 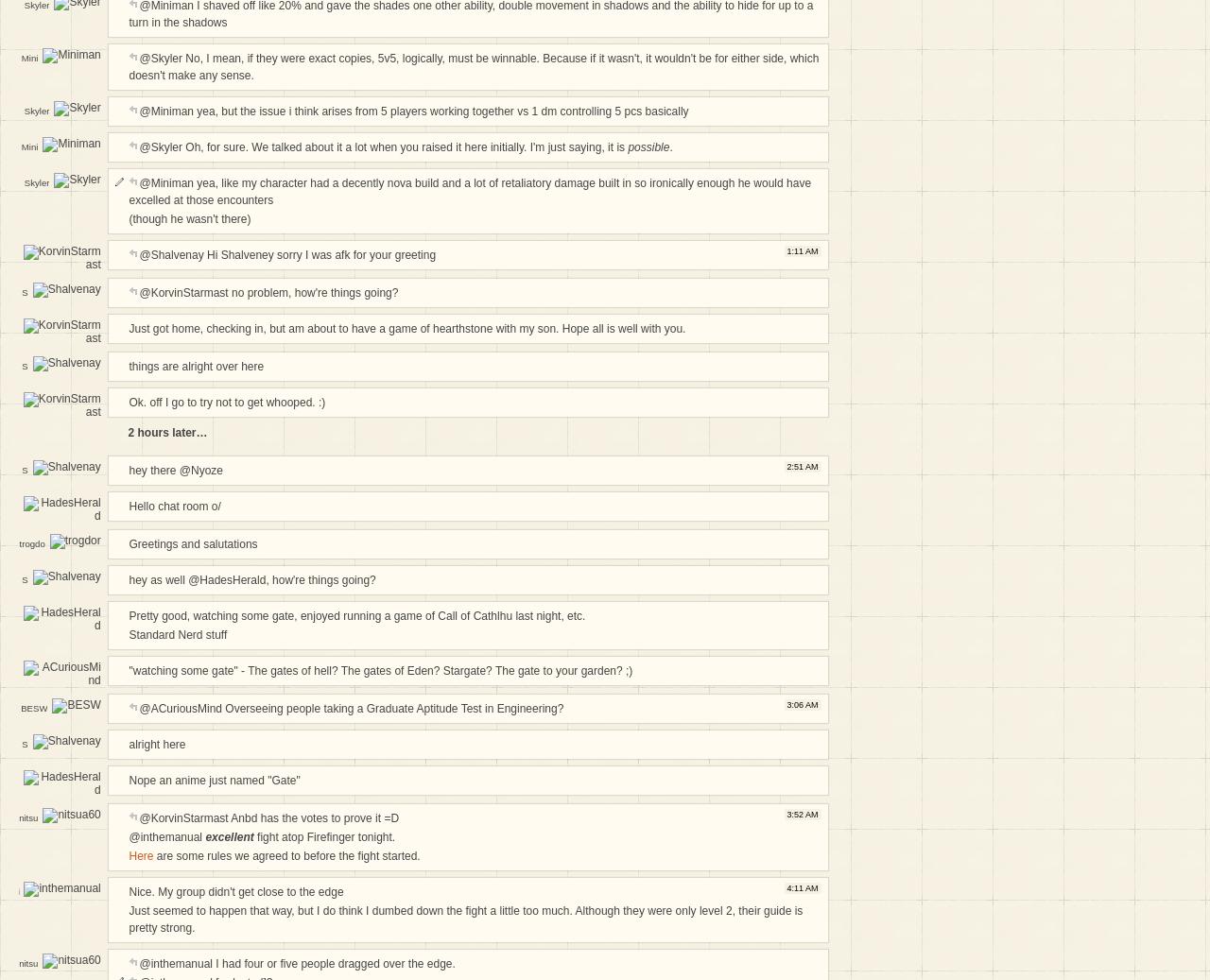 What do you see at coordinates (31, 548) in the screenshot?
I see `'trogdor'` at bounding box center [31, 548].